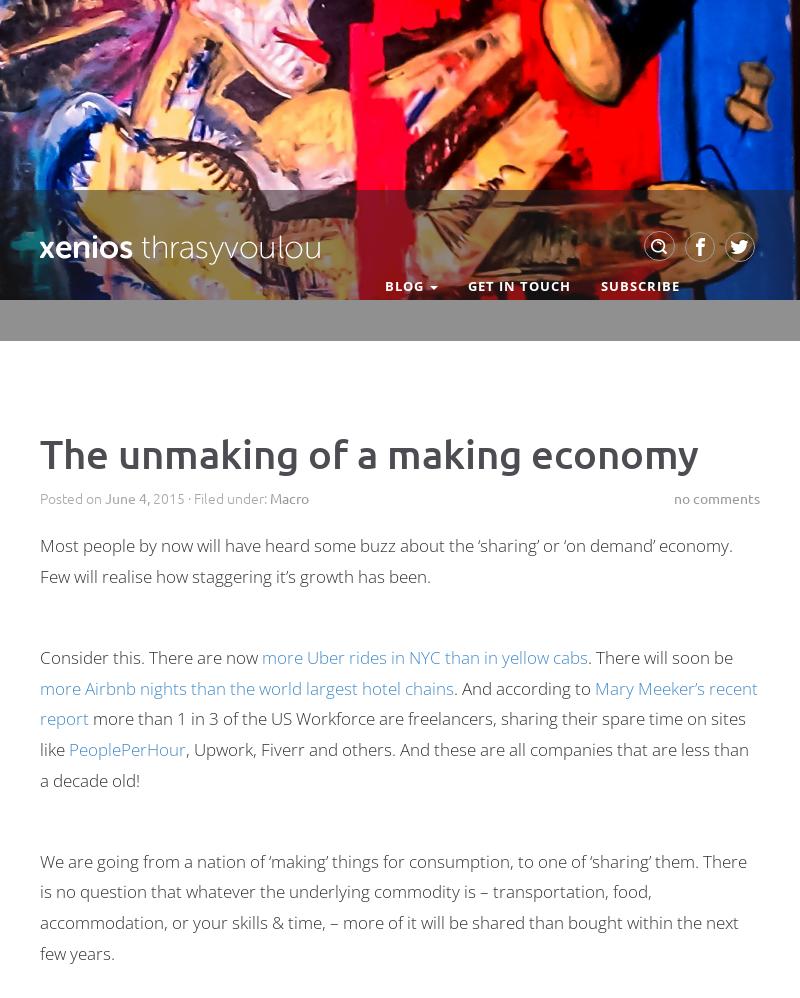 The width and height of the screenshot is (800, 998). What do you see at coordinates (392, 906) in the screenshot?
I see `'We are going from a nation of ‘making’ things for consumption, to one of ‘sharing’ them. There is no question that whatever the underlying commodity is – transportation, food, accommodation, or your skills & time, – more of it will be shared than bought within the next few years.'` at bounding box center [392, 906].